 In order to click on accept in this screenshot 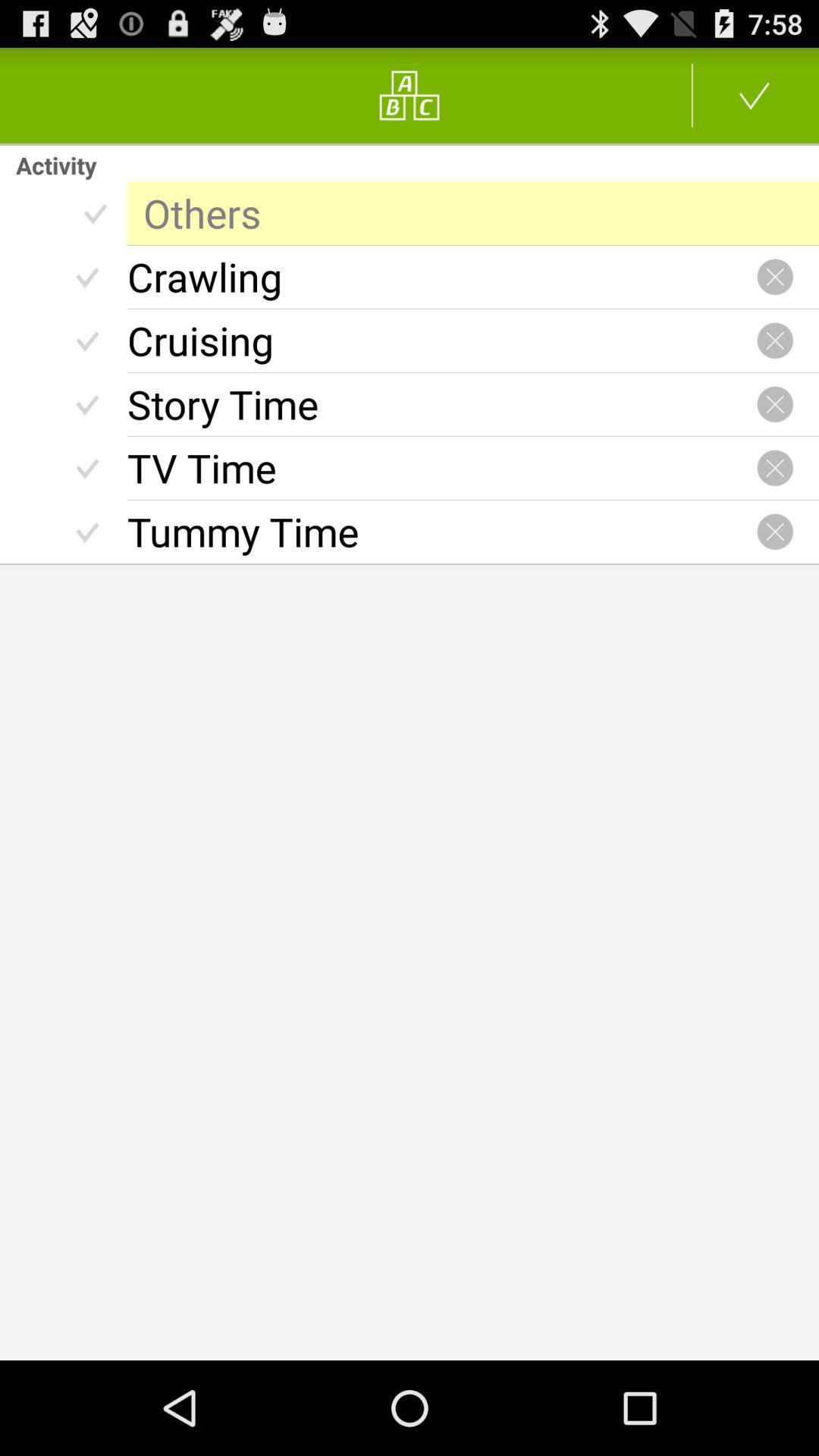, I will do `click(755, 94)`.